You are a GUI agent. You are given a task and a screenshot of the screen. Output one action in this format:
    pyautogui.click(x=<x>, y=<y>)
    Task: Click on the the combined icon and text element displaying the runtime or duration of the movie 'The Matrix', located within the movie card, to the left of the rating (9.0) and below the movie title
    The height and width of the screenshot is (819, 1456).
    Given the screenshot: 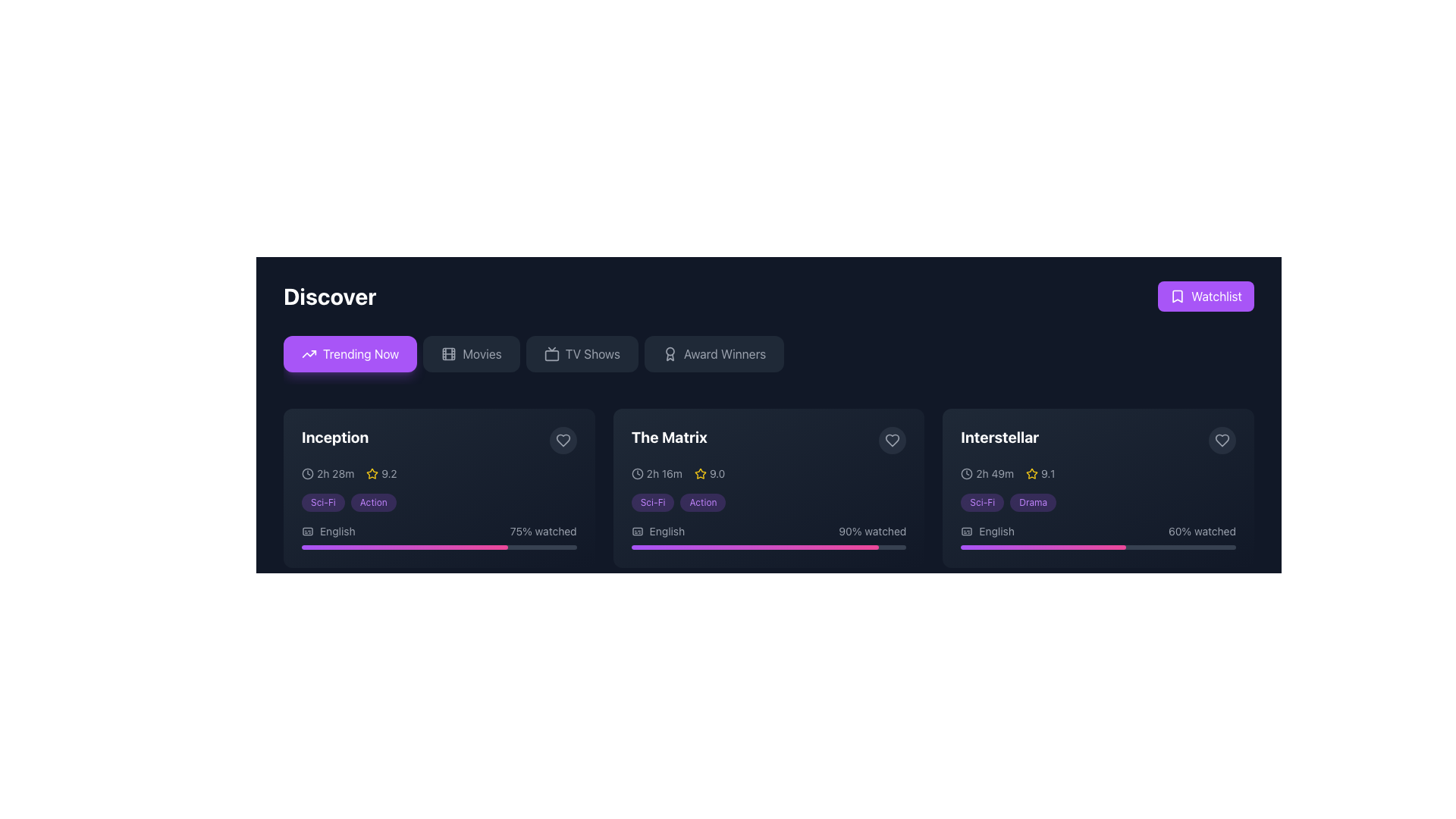 What is the action you would take?
    pyautogui.click(x=657, y=472)
    